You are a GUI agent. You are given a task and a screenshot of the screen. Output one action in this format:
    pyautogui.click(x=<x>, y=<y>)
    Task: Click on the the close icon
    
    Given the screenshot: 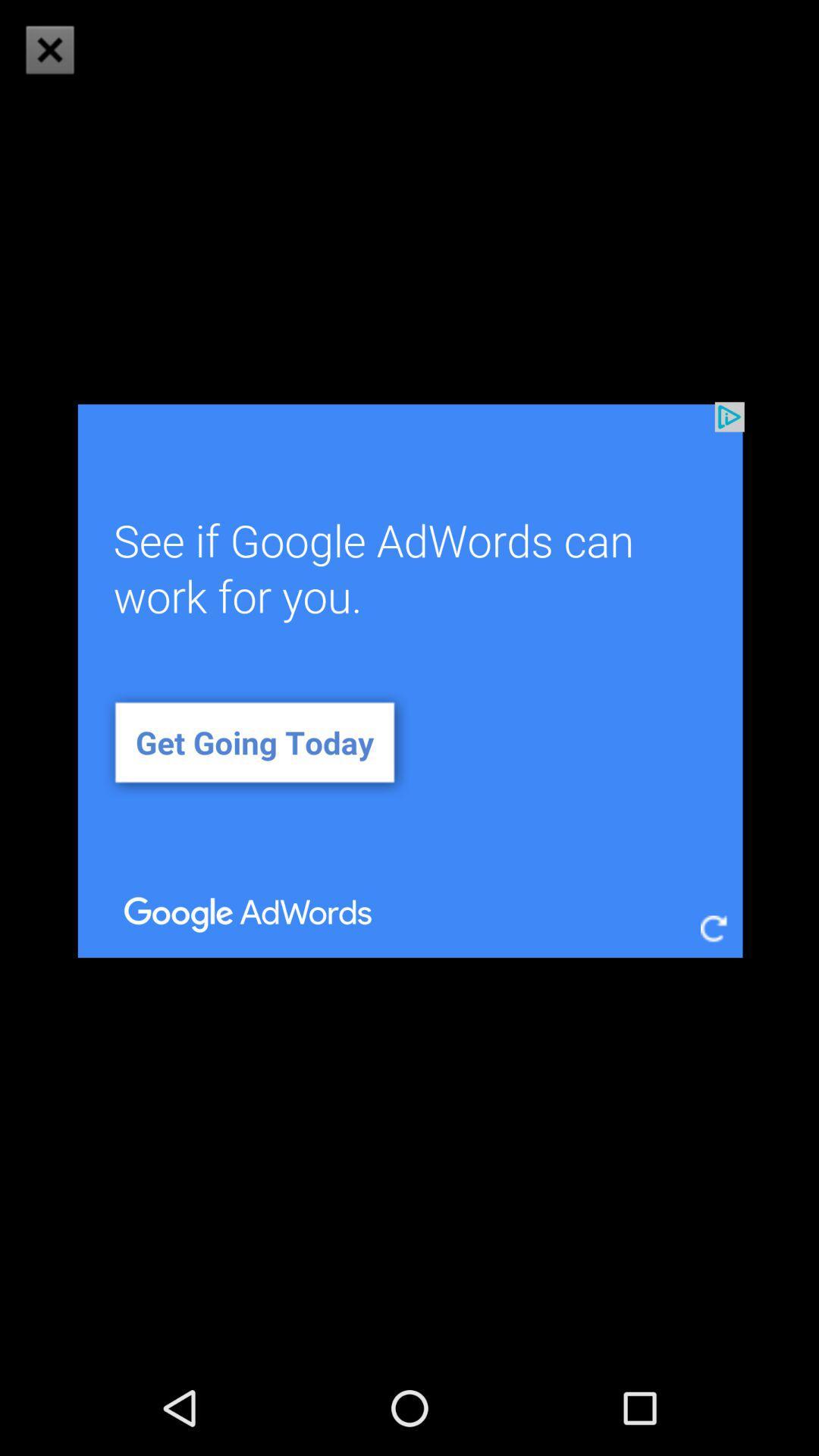 What is the action you would take?
    pyautogui.click(x=49, y=49)
    